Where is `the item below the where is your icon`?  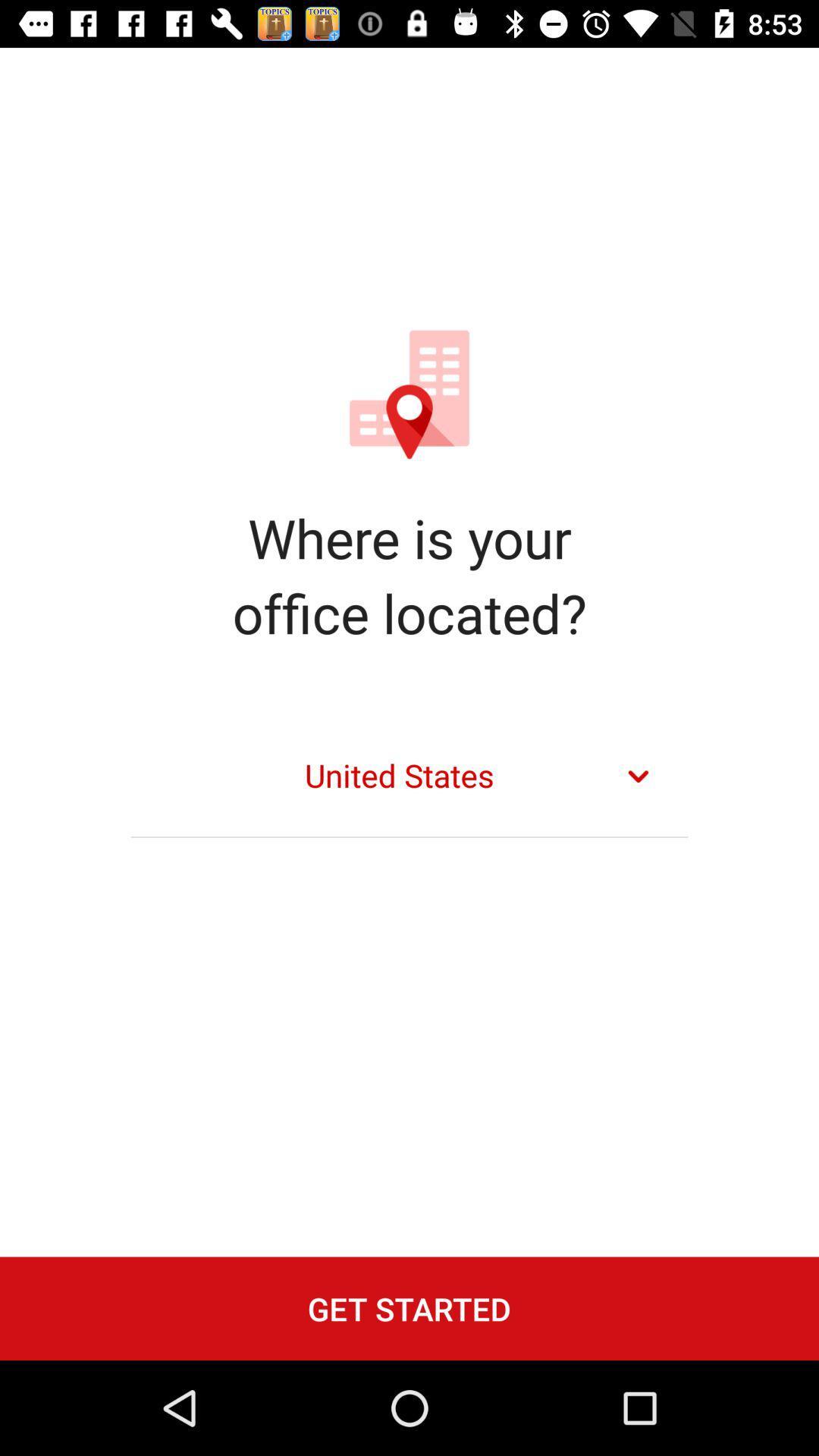
the item below the where is your icon is located at coordinates (409, 777).